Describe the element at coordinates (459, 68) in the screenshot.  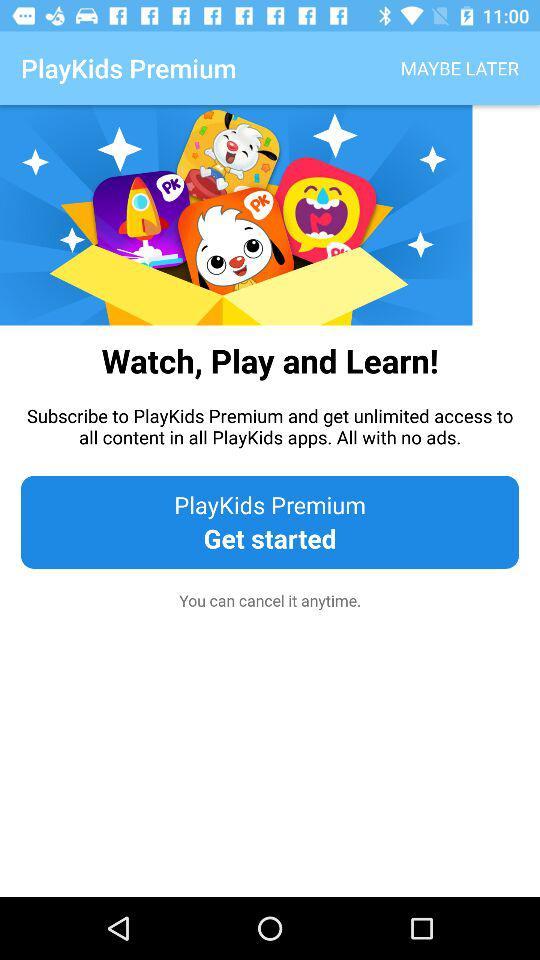
I see `icon at the top right corner` at that location.